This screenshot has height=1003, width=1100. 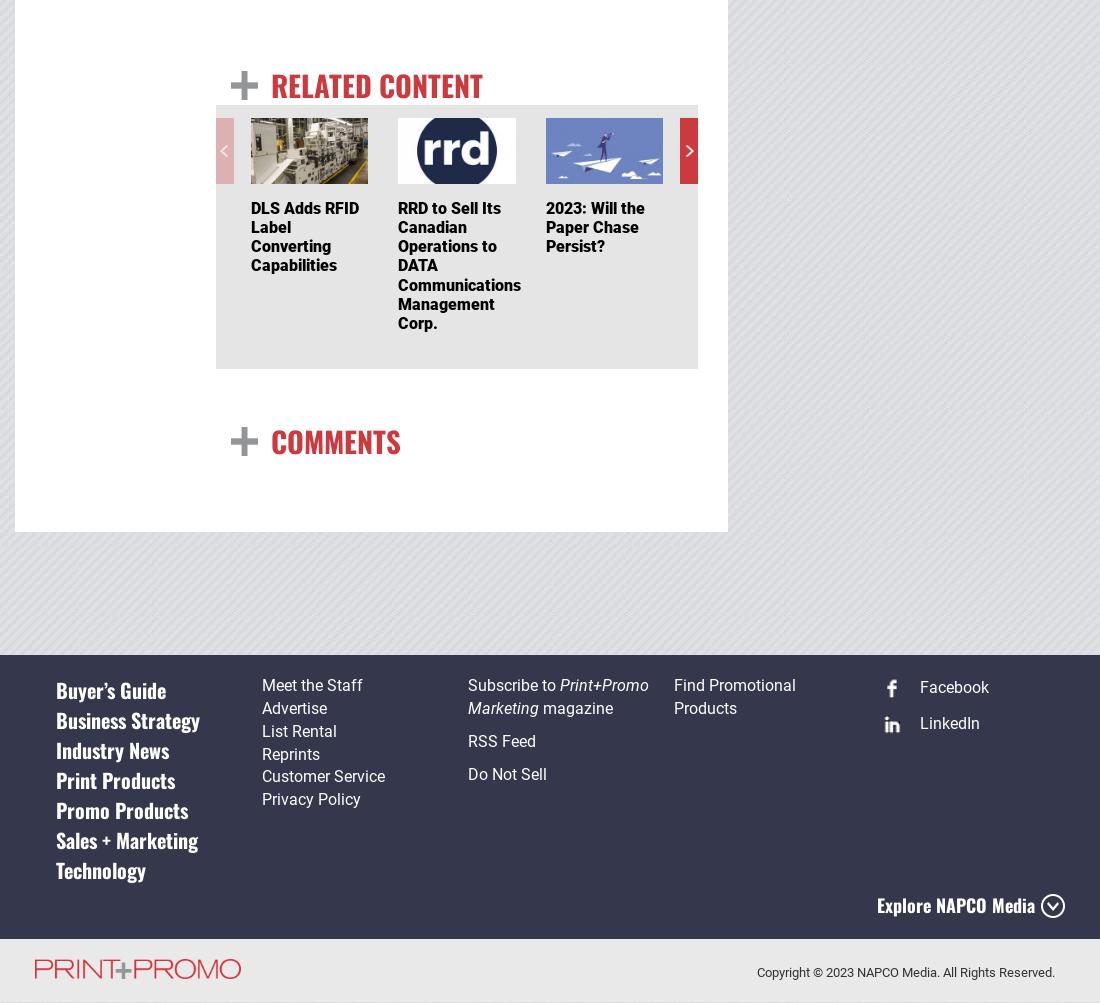 What do you see at coordinates (321, 775) in the screenshot?
I see `'Customer Service'` at bounding box center [321, 775].